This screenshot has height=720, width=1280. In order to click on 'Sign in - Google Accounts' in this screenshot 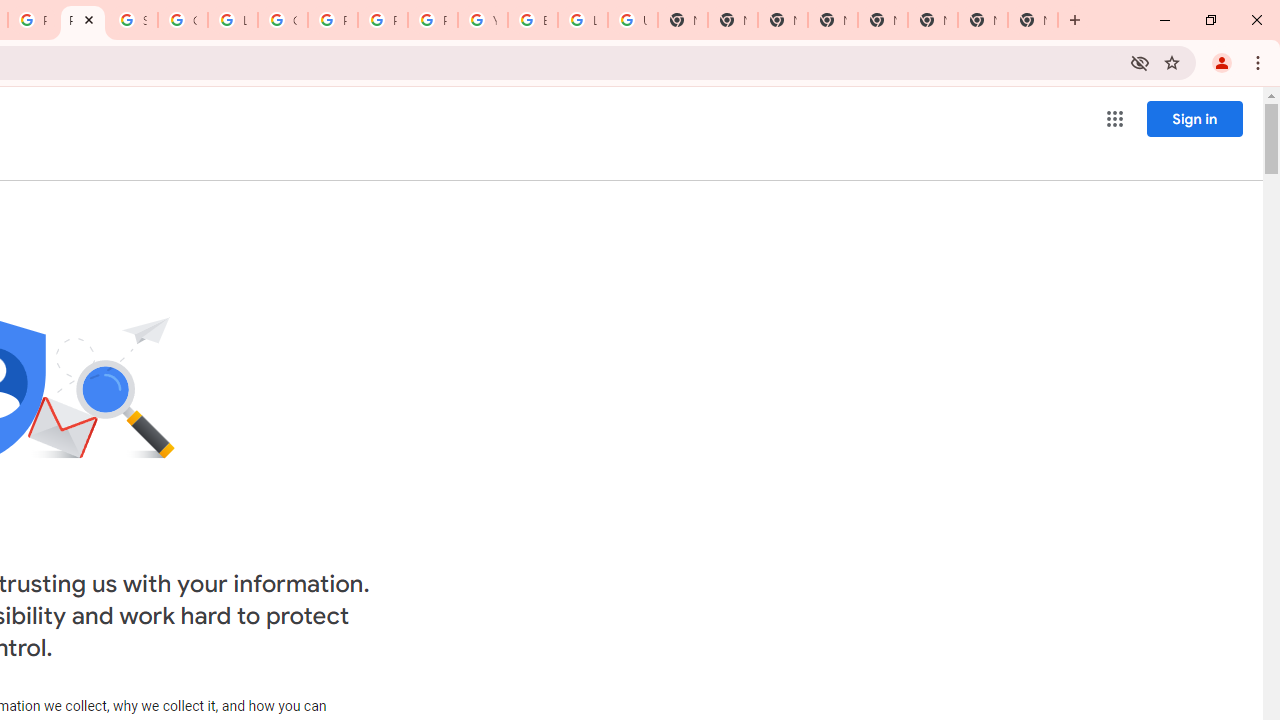, I will do `click(131, 20)`.